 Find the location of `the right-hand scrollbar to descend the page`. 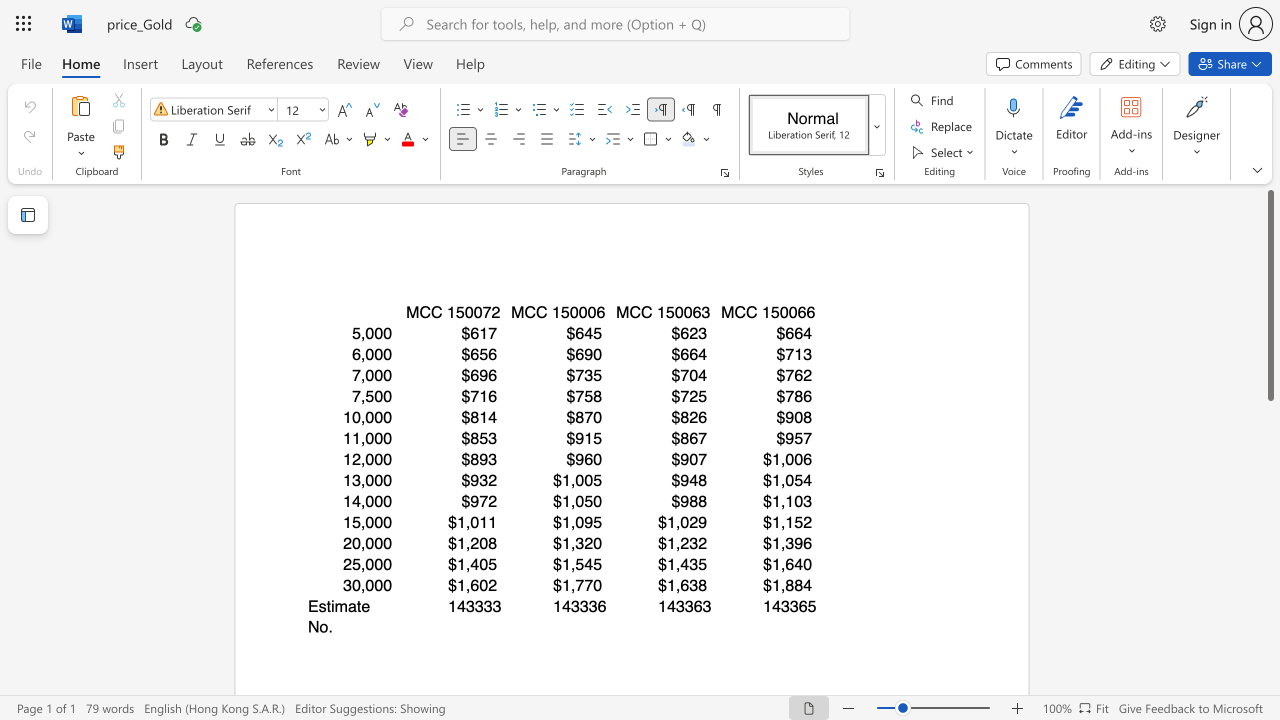

the right-hand scrollbar to descend the page is located at coordinates (1269, 418).